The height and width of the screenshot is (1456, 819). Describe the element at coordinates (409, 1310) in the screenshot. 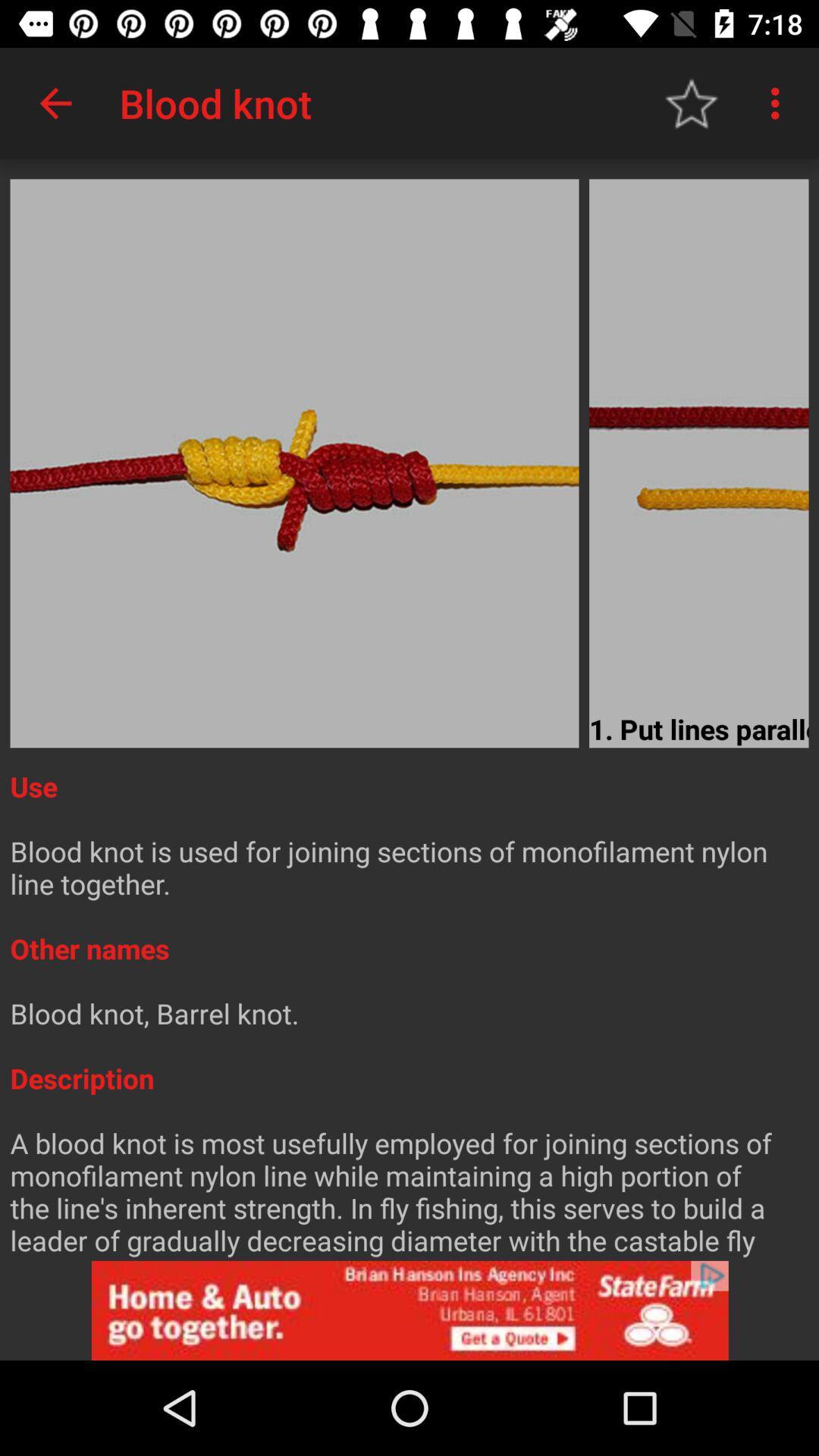

I see `advertisement` at that location.